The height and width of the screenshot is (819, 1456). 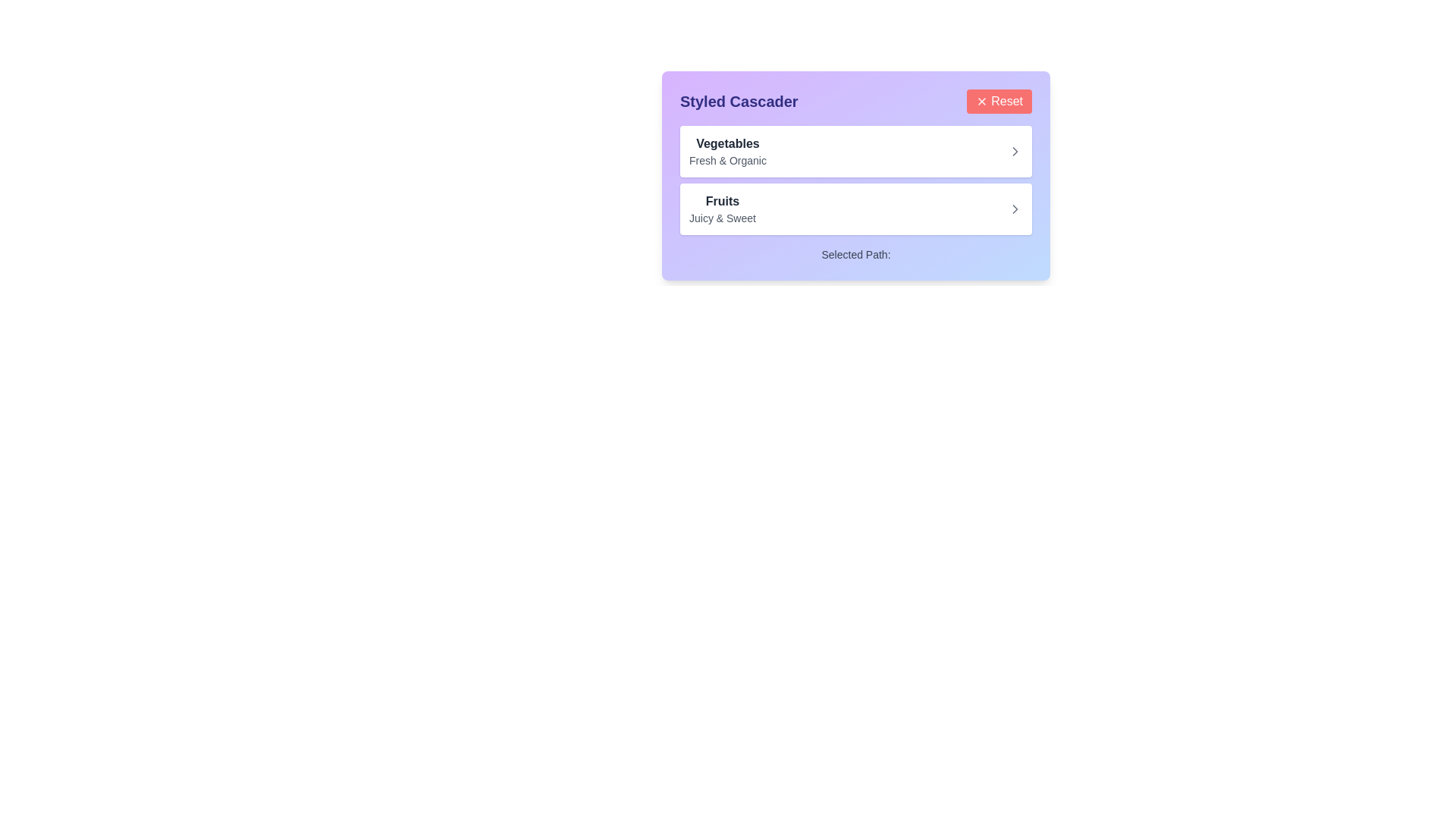 I want to click on the second selectable list item in the cascading navigation menu, so click(x=855, y=209).